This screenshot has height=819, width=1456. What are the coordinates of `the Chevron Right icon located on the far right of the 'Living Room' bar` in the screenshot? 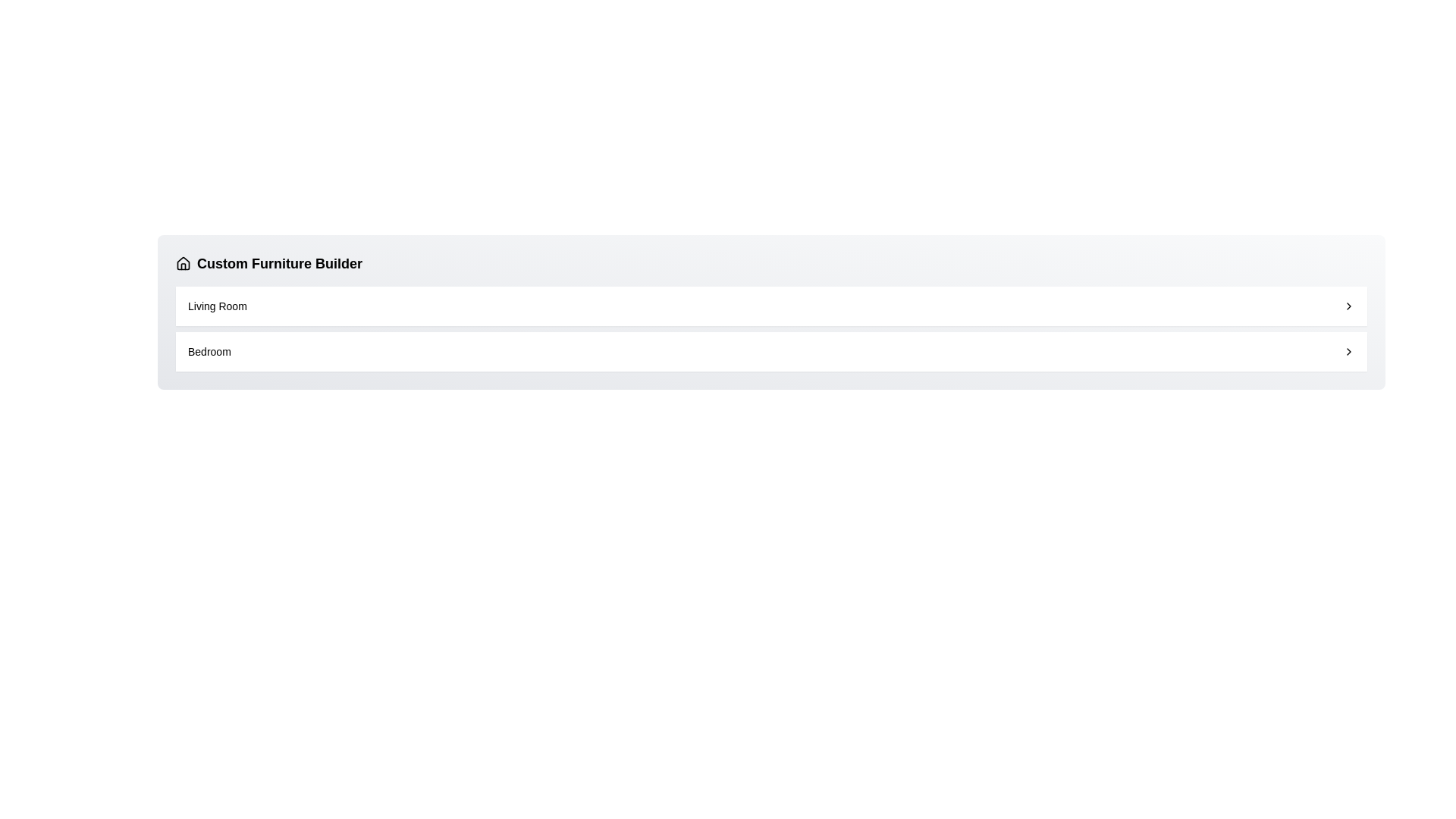 It's located at (1349, 306).